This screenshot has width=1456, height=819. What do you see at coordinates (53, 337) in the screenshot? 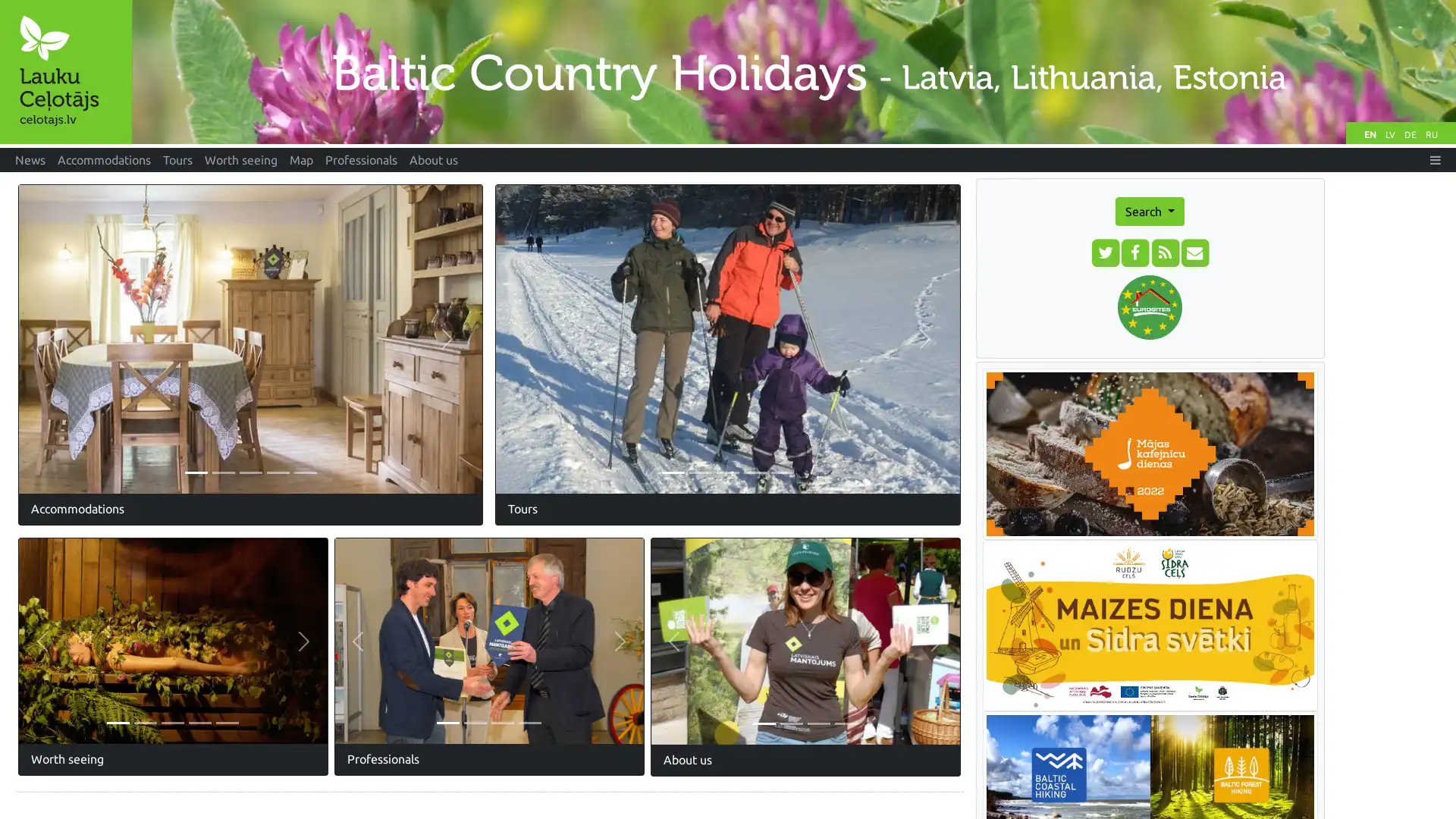
I see `Previous` at bounding box center [53, 337].